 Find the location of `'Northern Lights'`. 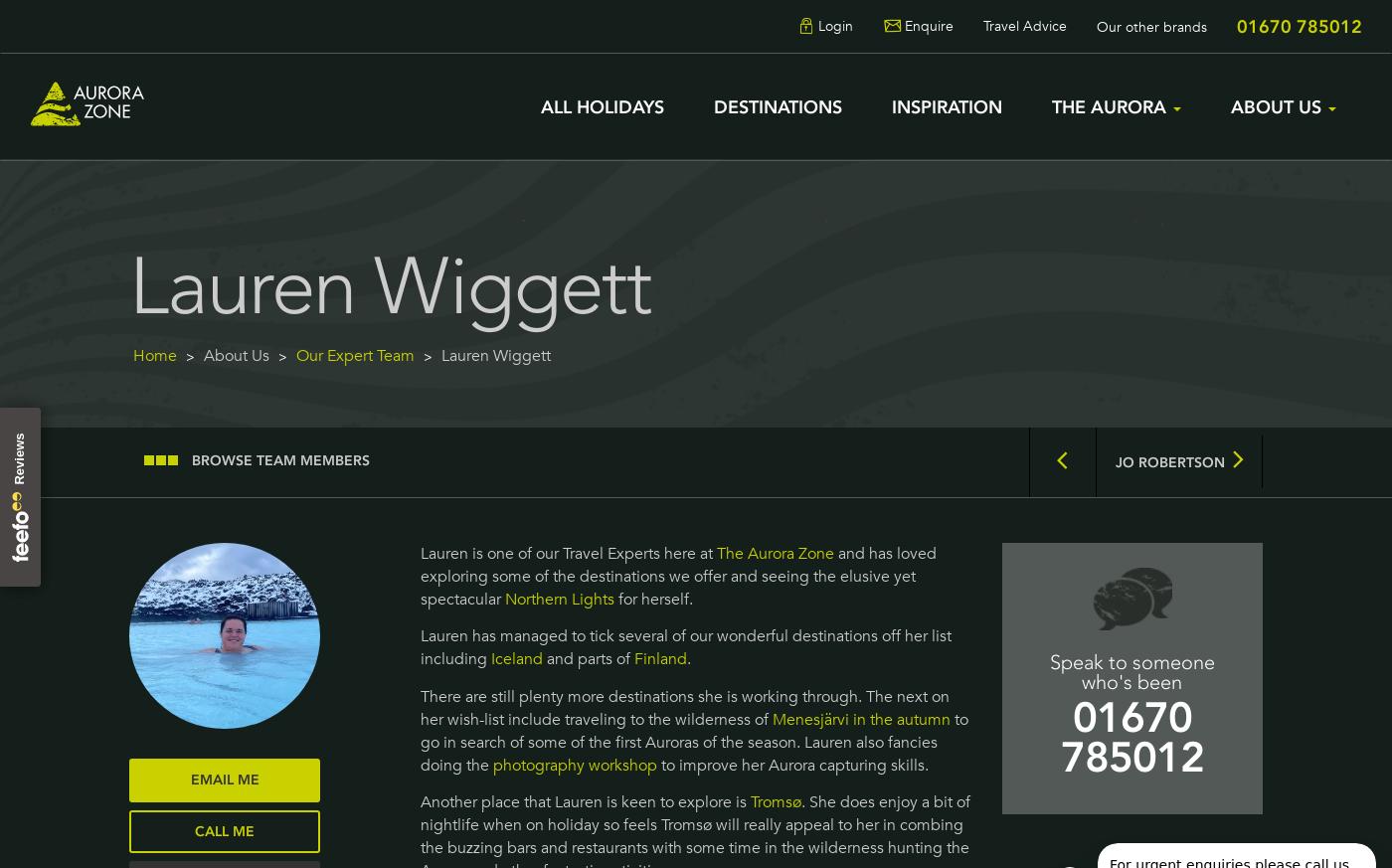

'Northern Lights' is located at coordinates (558, 598).